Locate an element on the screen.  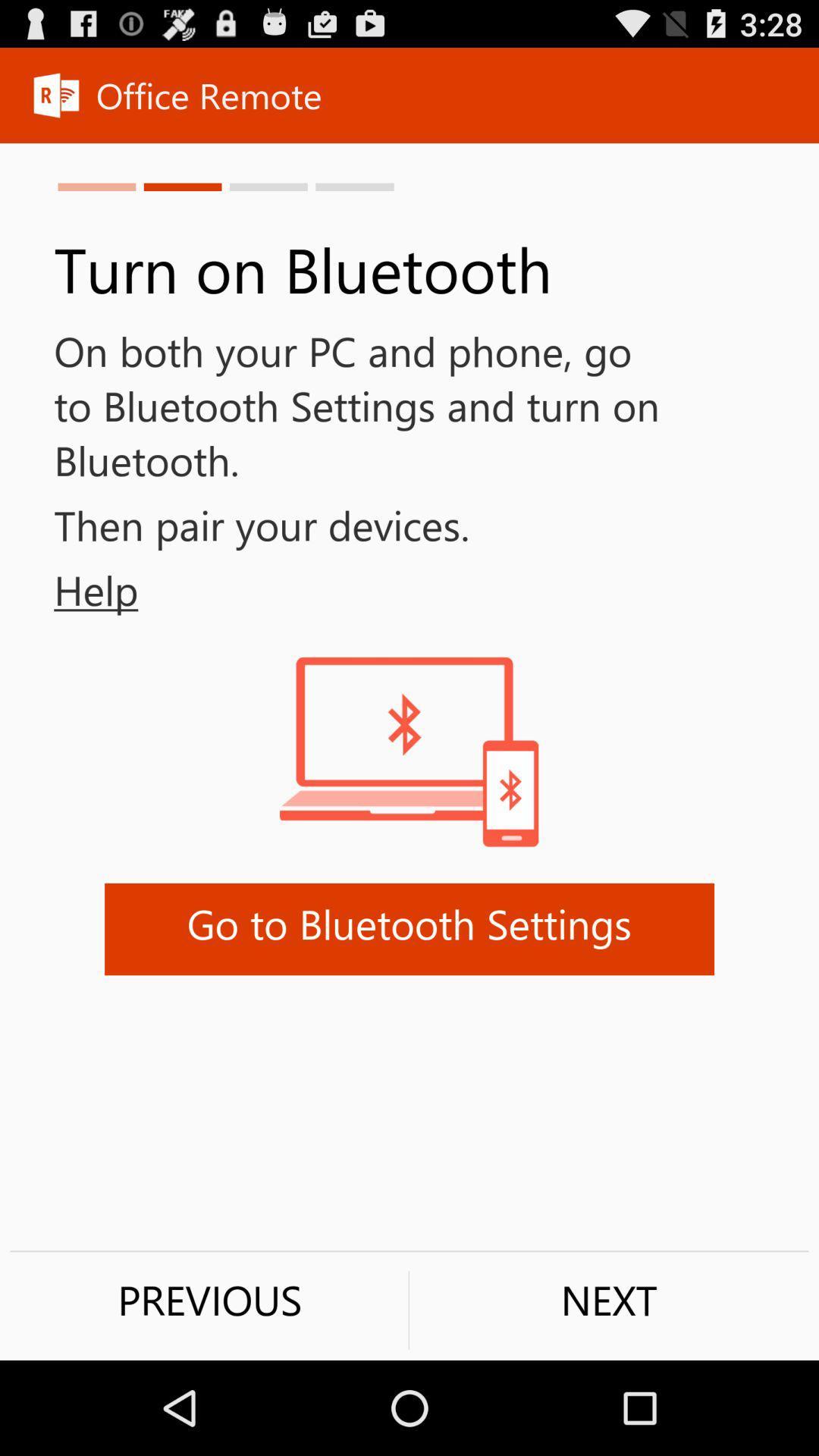
the next button is located at coordinates (608, 1299).